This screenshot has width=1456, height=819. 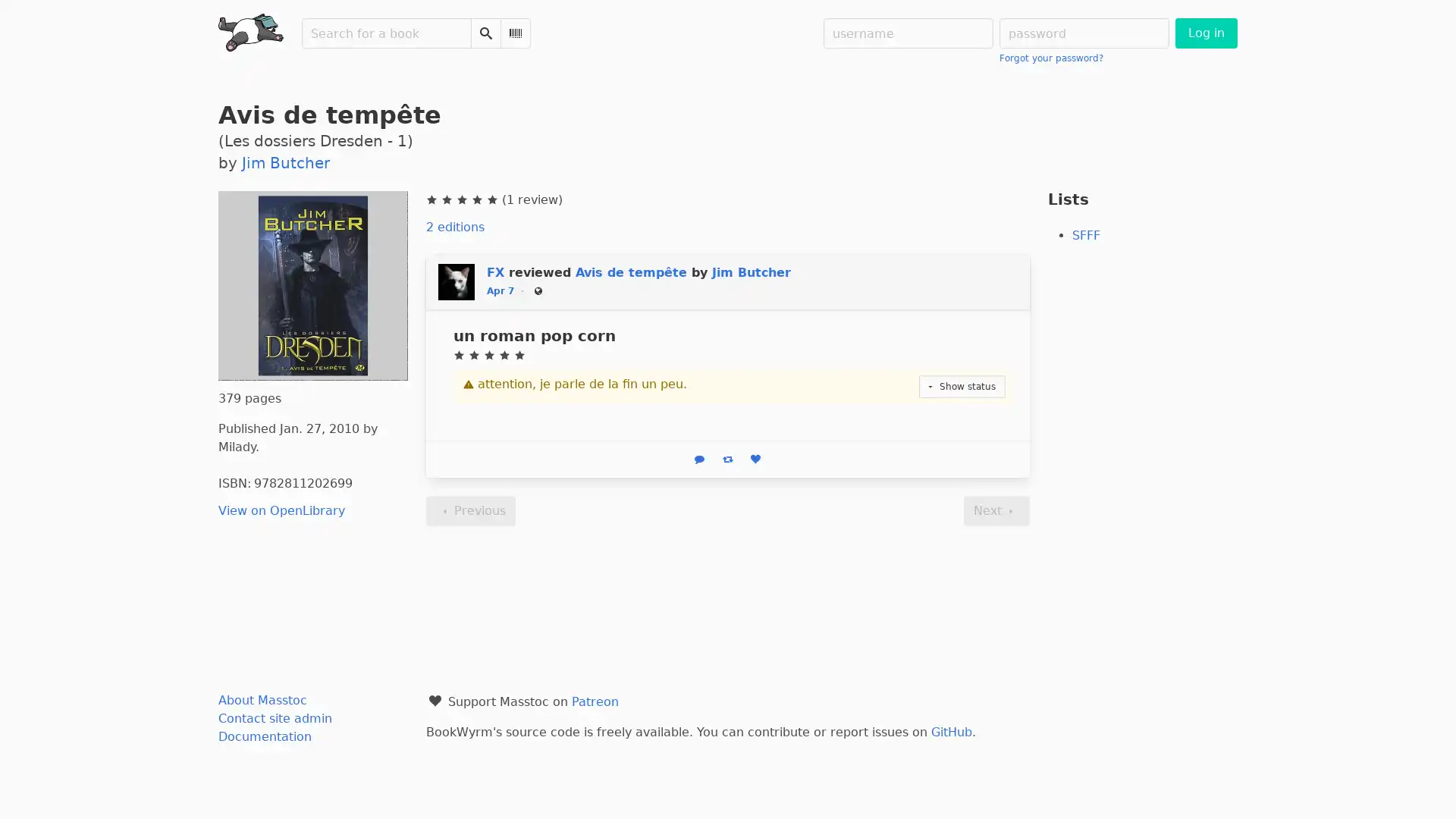 I want to click on Search, so click(x=486, y=33).